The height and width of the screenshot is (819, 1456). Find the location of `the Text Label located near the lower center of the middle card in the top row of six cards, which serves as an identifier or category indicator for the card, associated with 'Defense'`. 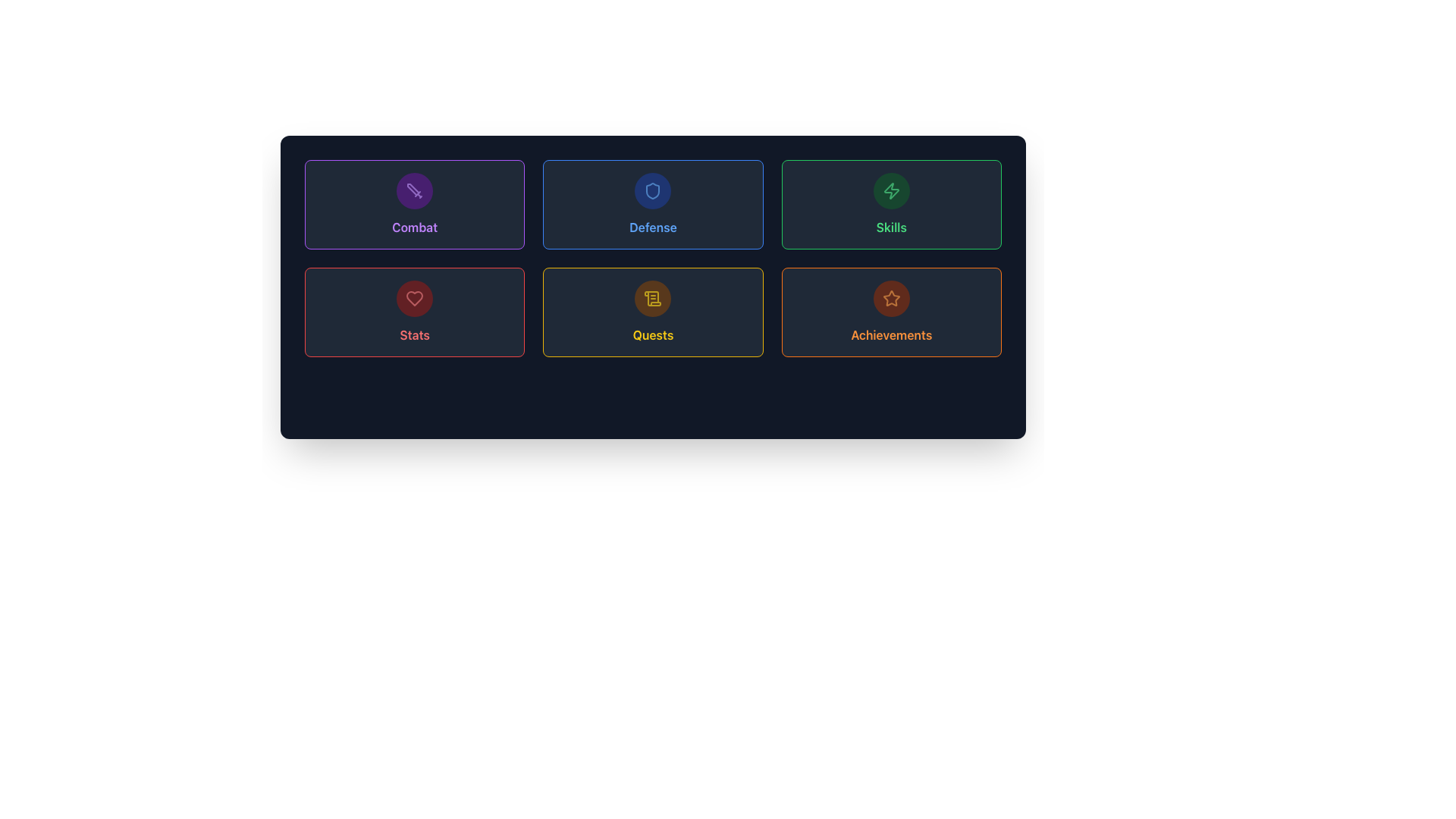

the Text Label located near the lower center of the middle card in the top row of six cards, which serves as an identifier or category indicator for the card, associated with 'Defense' is located at coordinates (653, 227).